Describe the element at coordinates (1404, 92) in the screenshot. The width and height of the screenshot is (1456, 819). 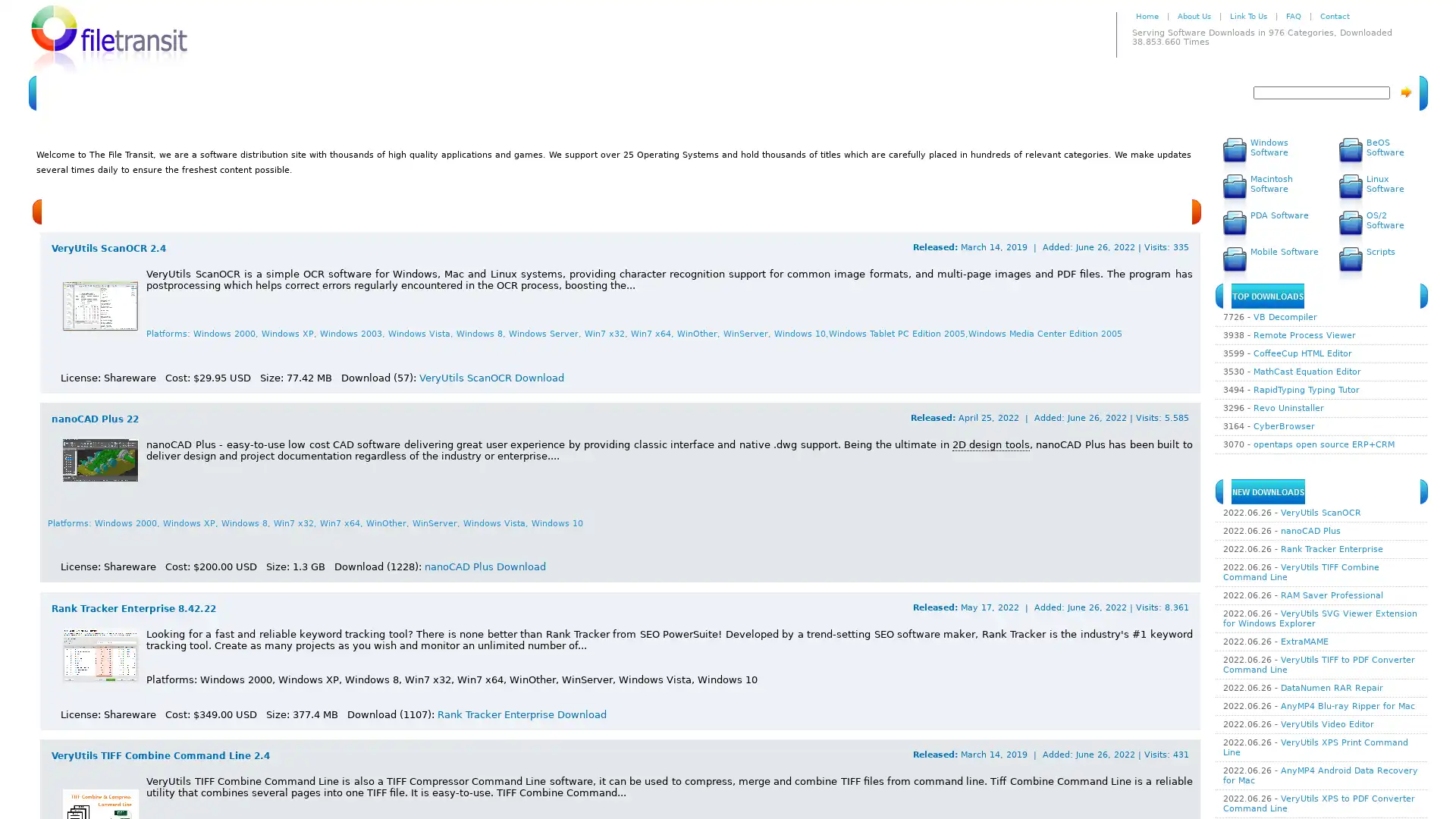
I see `SEARCH` at that location.